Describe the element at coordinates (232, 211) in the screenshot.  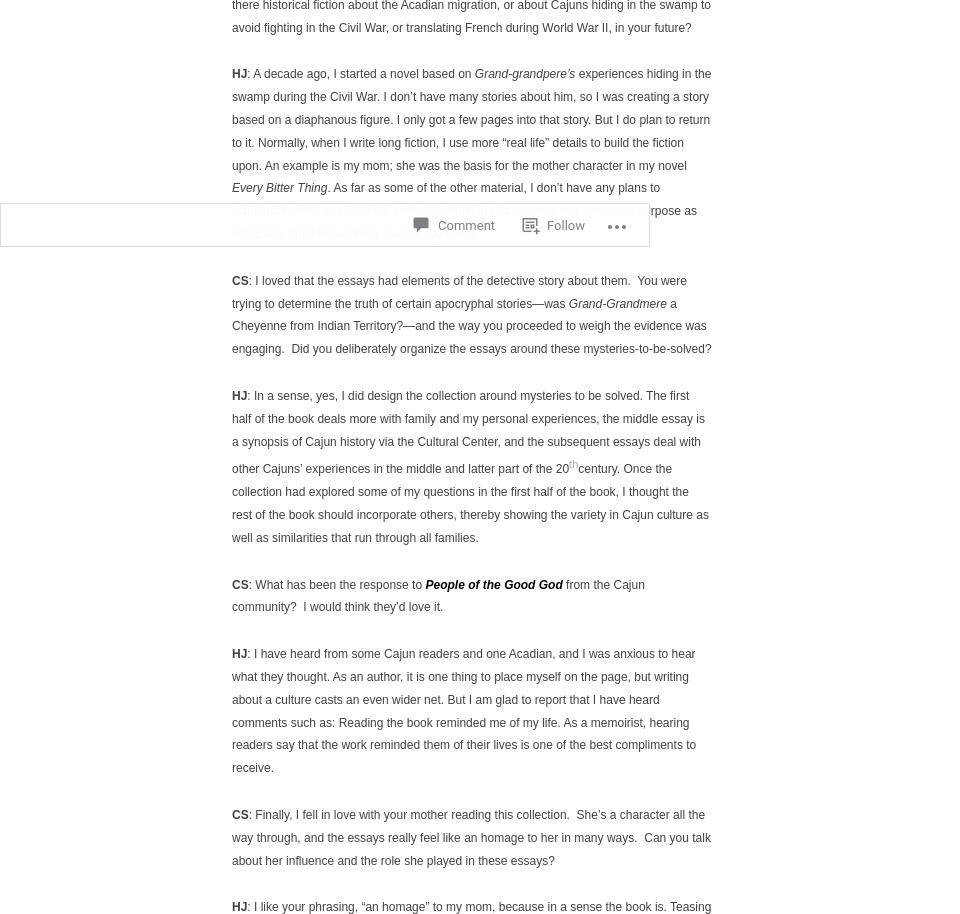
I see `'. As far as some of the other material, I don’t have any plans to fictionalize them. At this point, I feel as if most of that material has served its purpose as nonfiction. But I know better than to say never.'` at that location.